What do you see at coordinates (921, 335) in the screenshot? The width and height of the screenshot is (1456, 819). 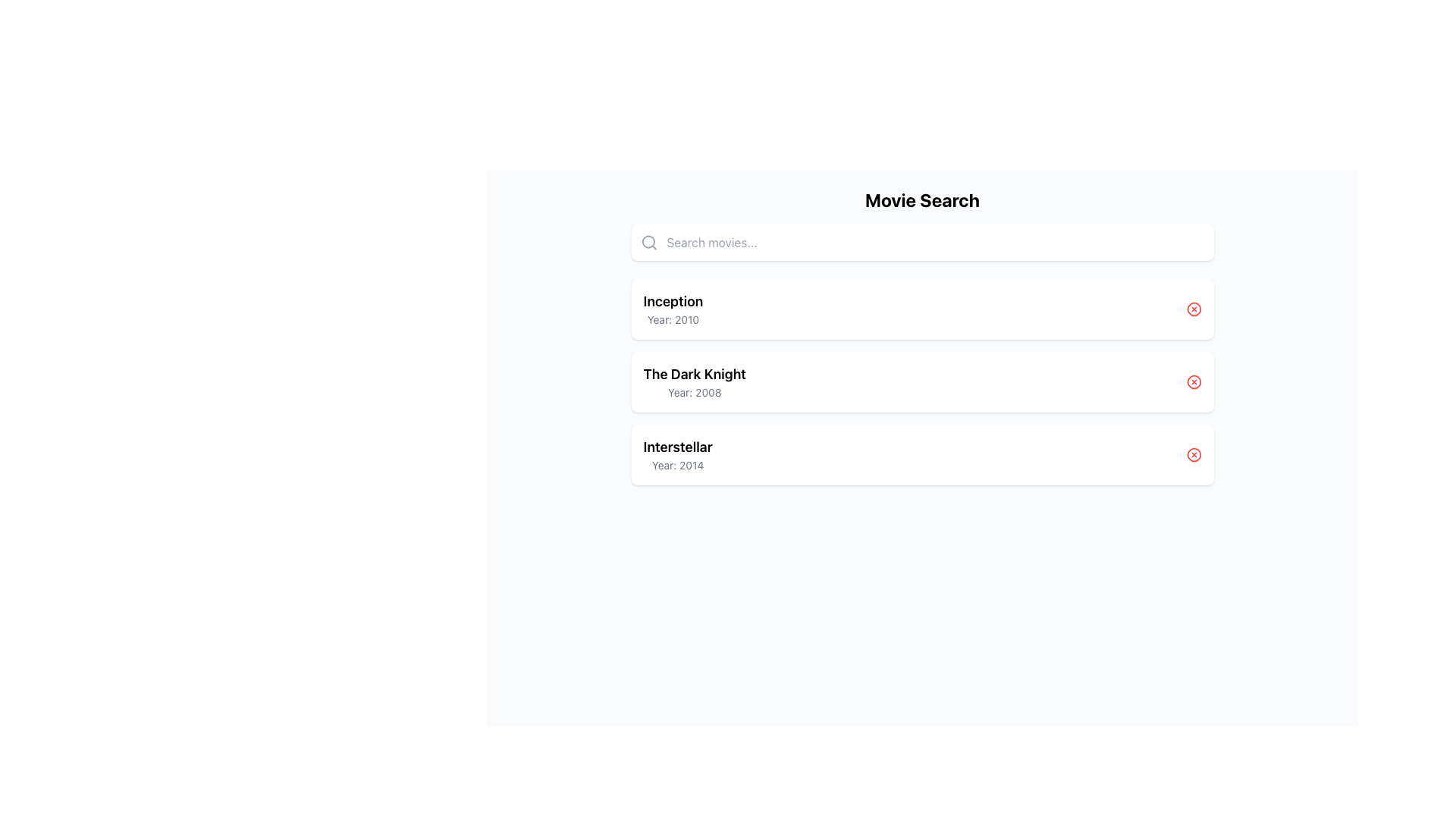 I see `the primary movie list management section, which includes the search bar and movie entries` at bounding box center [921, 335].